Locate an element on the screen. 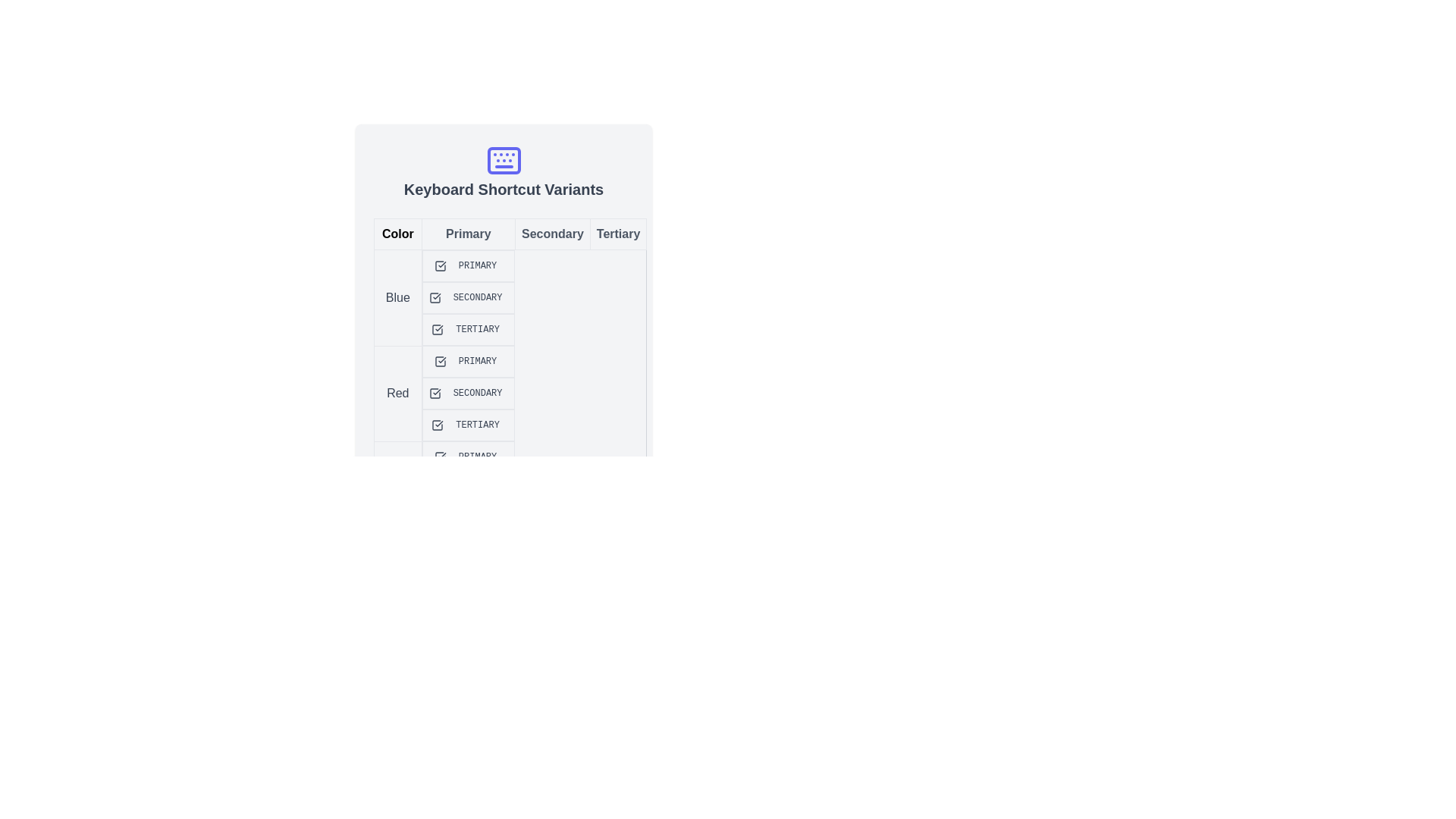 This screenshot has height=819, width=1456. the rectangular badge labeled 'Tertiary' with a blue background and text, located in a table under the 'Tertiary' column and associated with the 'Blue' row is located at coordinates (477, 329).